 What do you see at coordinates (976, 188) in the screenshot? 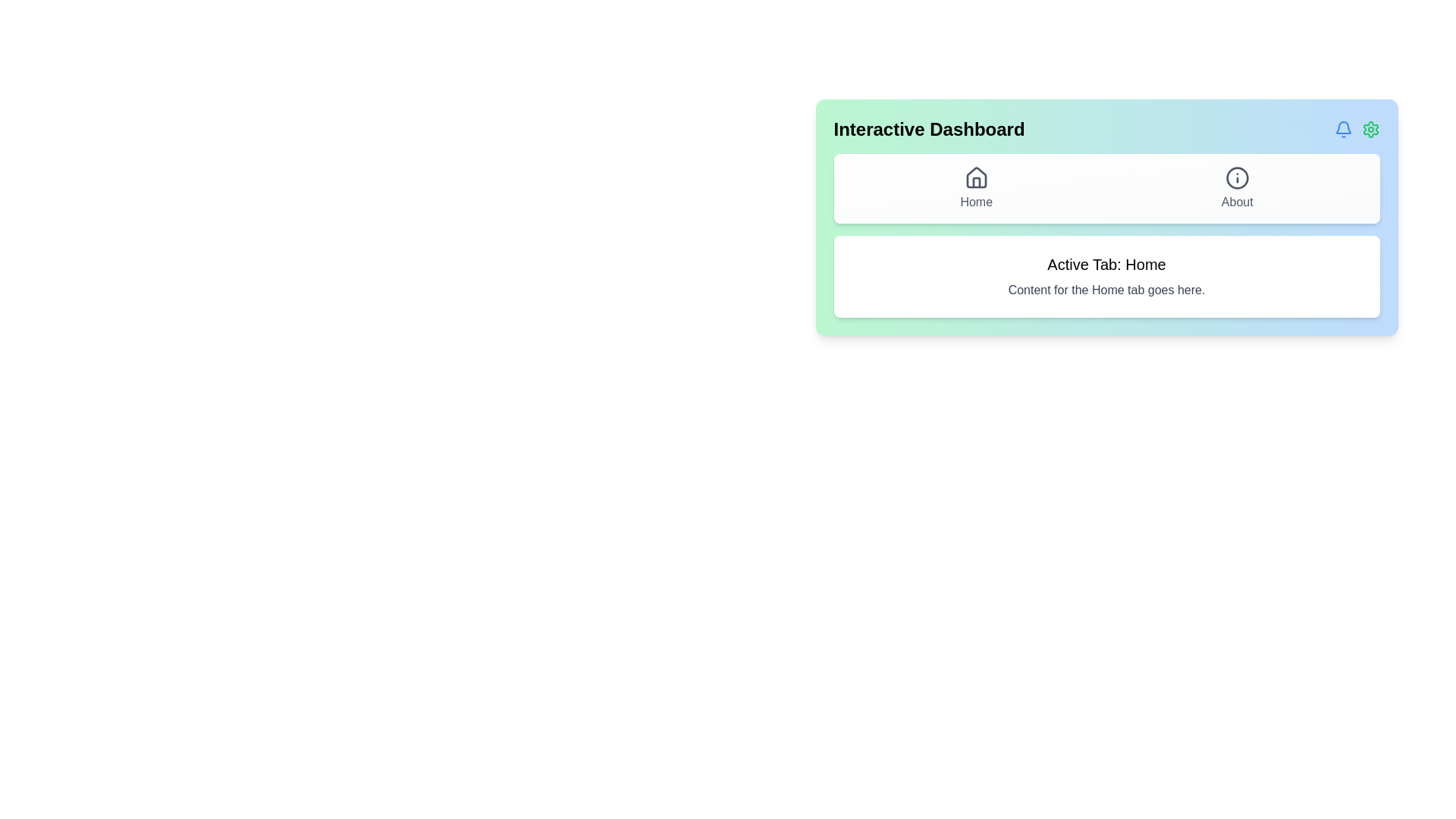
I see `the navigation button located on the left side of the navigation bar` at bounding box center [976, 188].